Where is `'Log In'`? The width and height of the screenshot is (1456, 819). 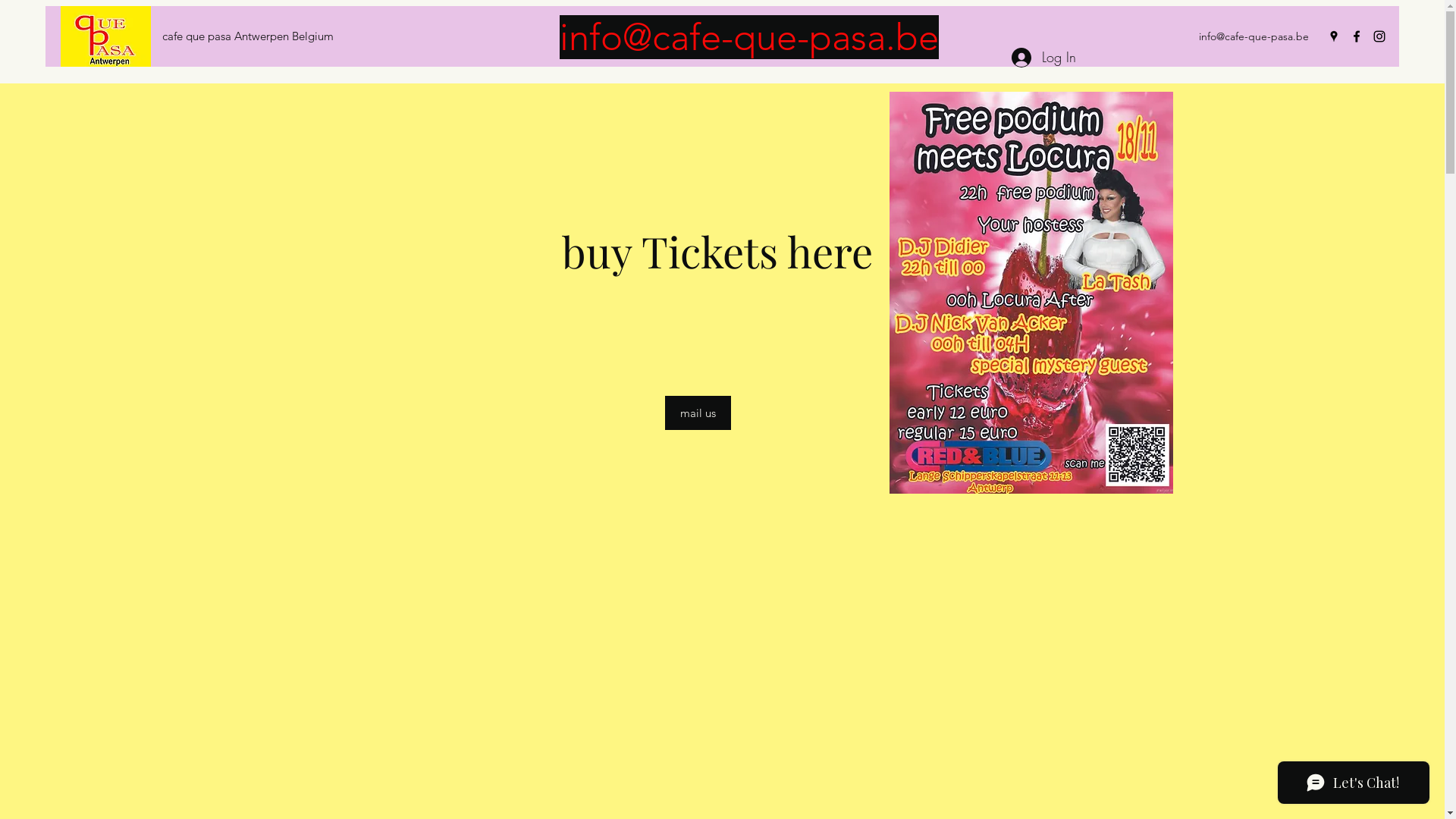 'Log In' is located at coordinates (1043, 57).